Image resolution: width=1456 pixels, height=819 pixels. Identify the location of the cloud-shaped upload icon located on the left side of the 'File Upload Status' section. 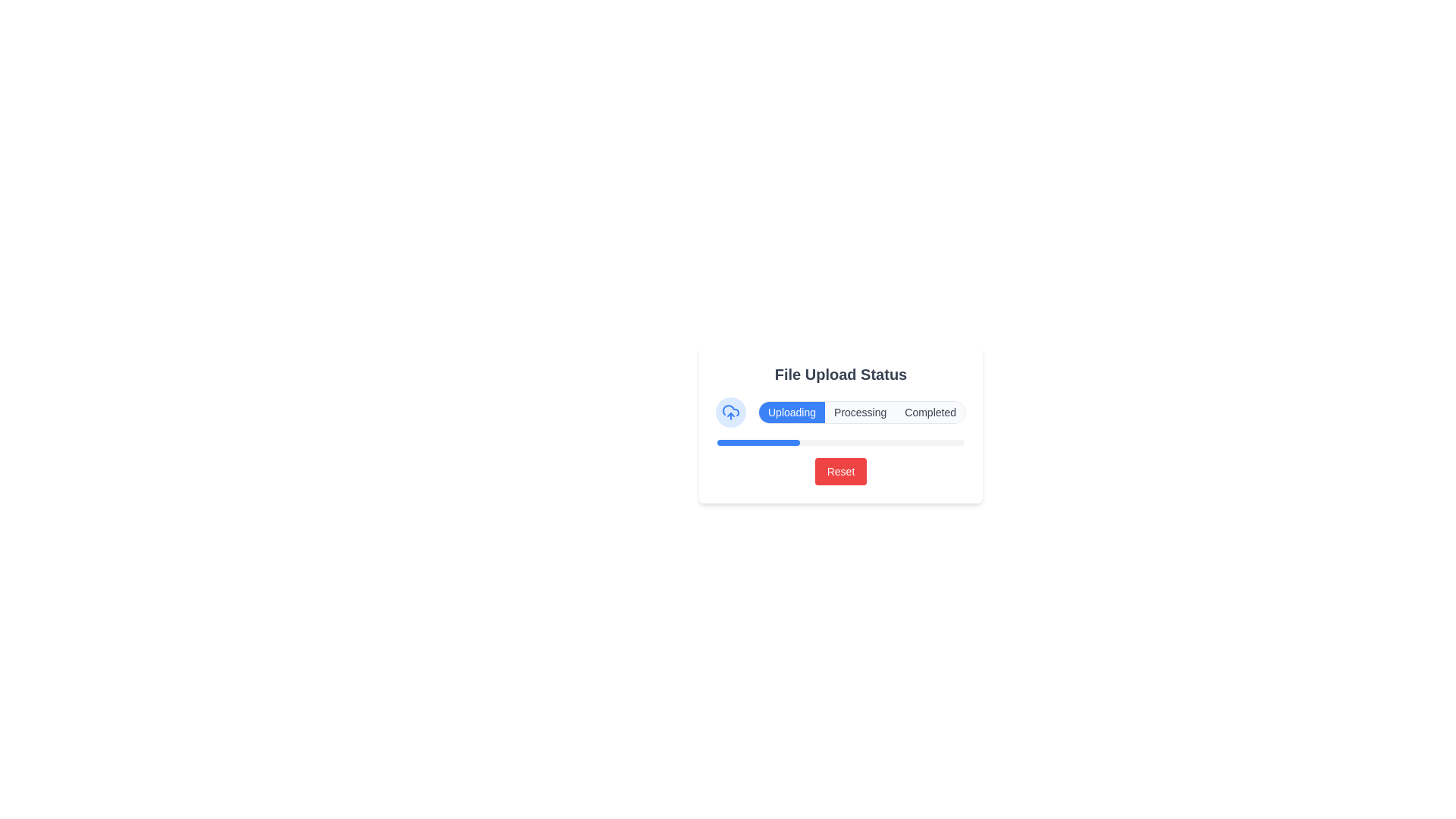
(731, 412).